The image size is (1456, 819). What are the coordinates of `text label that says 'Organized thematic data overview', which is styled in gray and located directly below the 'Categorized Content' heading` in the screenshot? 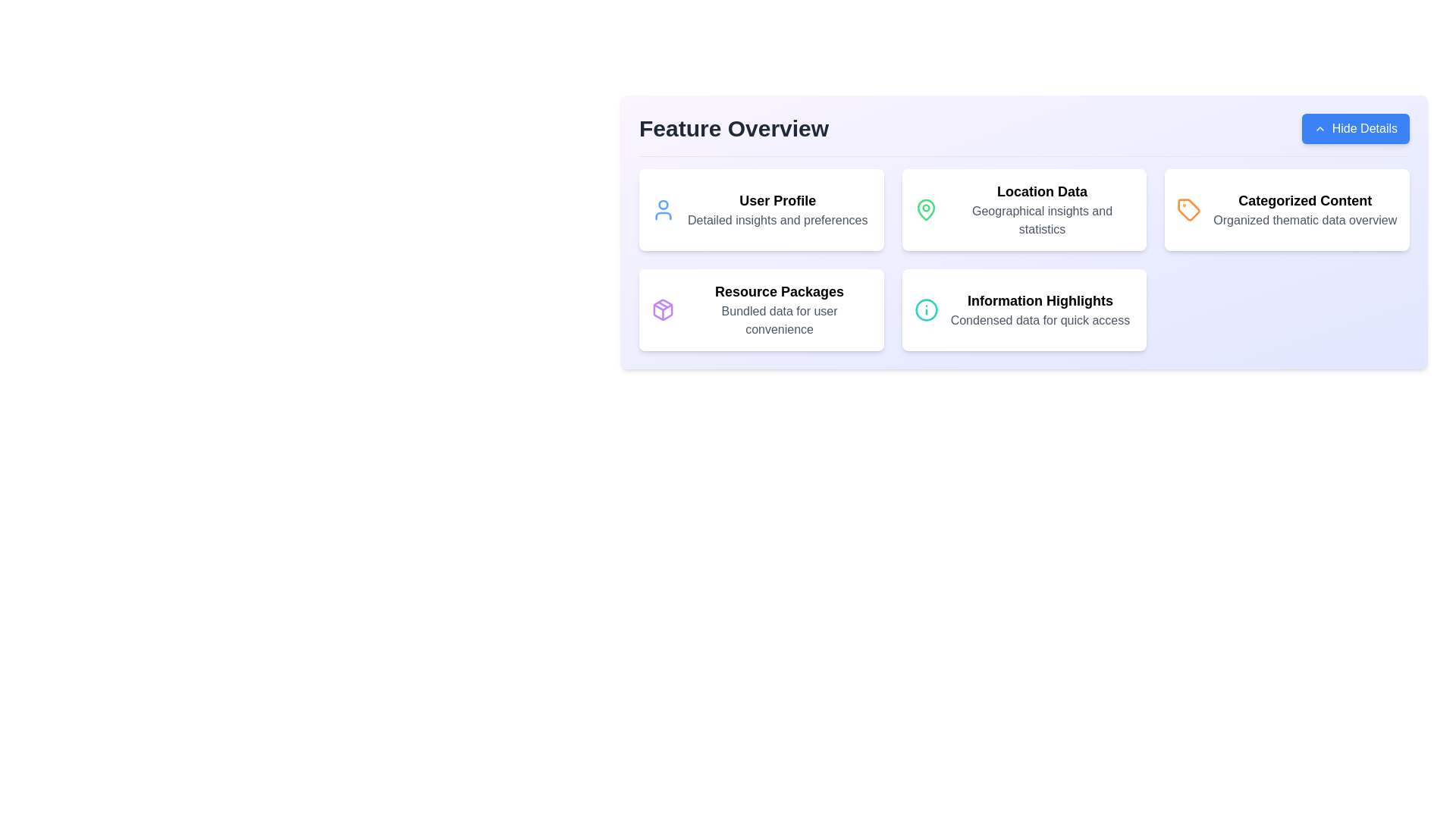 It's located at (1304, 220).